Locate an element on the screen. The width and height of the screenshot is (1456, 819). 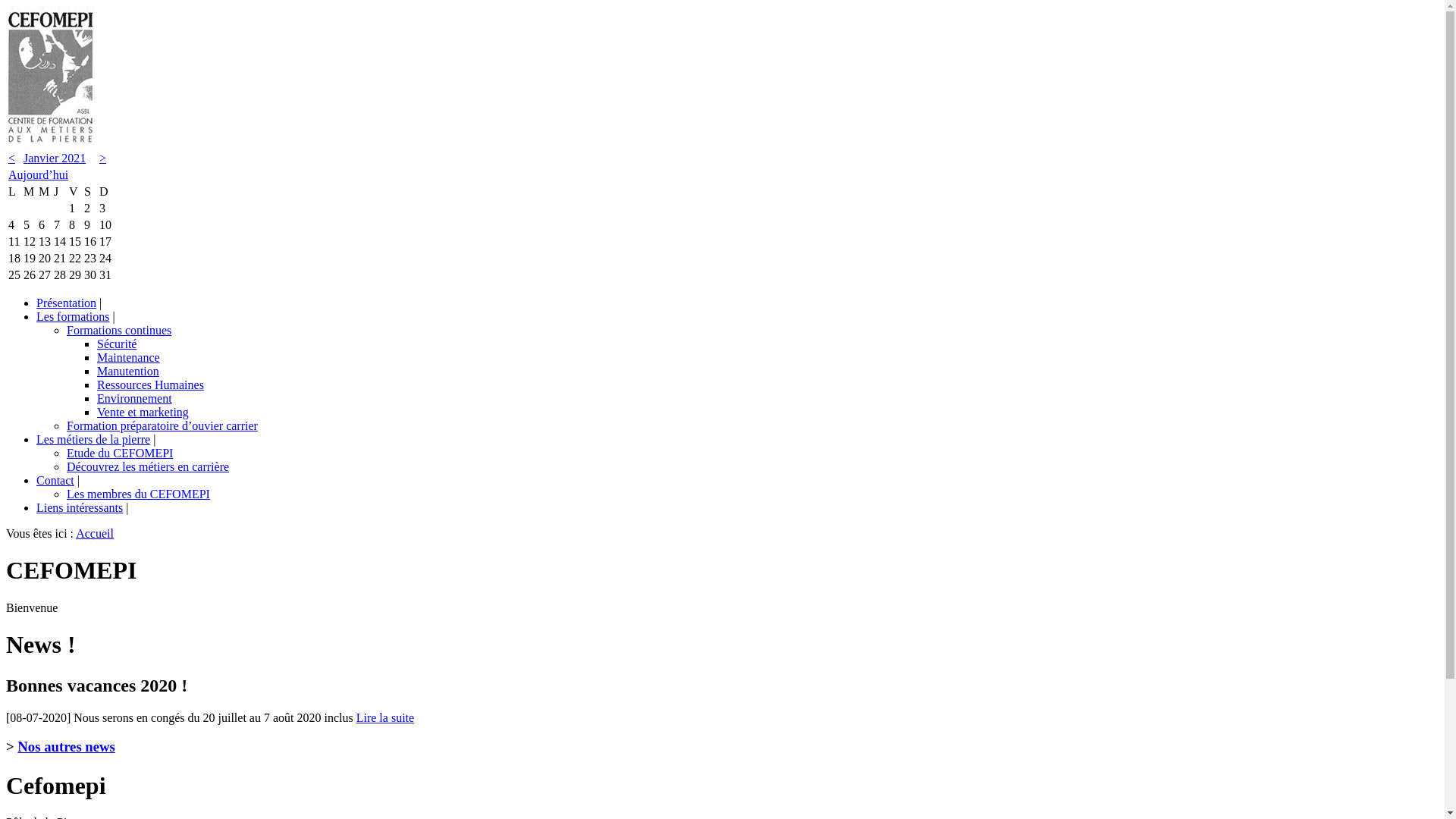
'Accueil' is located at coordinates (75, 532).